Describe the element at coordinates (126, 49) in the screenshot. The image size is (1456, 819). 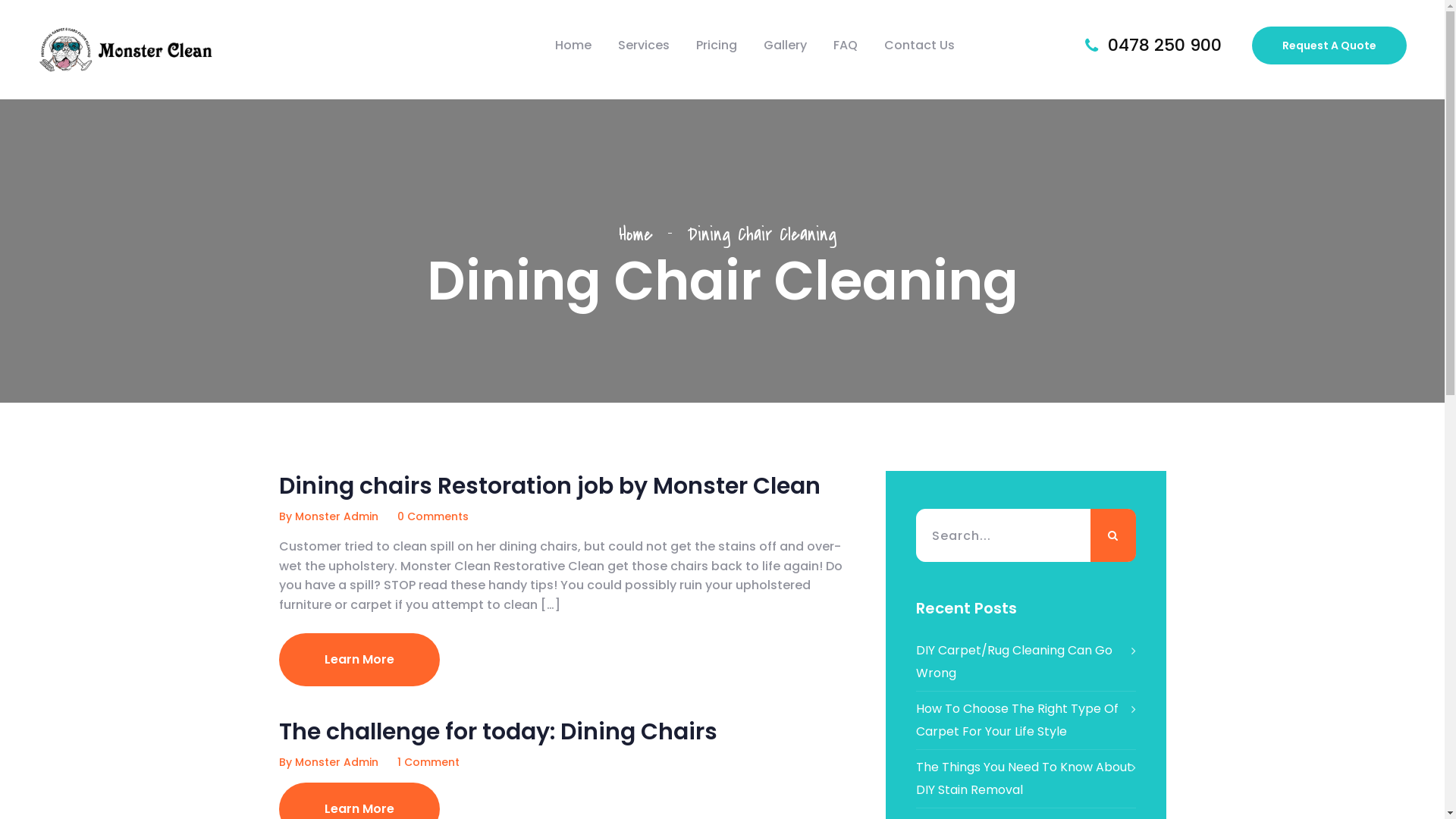
I see `'Monster Carpet & Hard Floor Cleaning Melbourne'` at that location.